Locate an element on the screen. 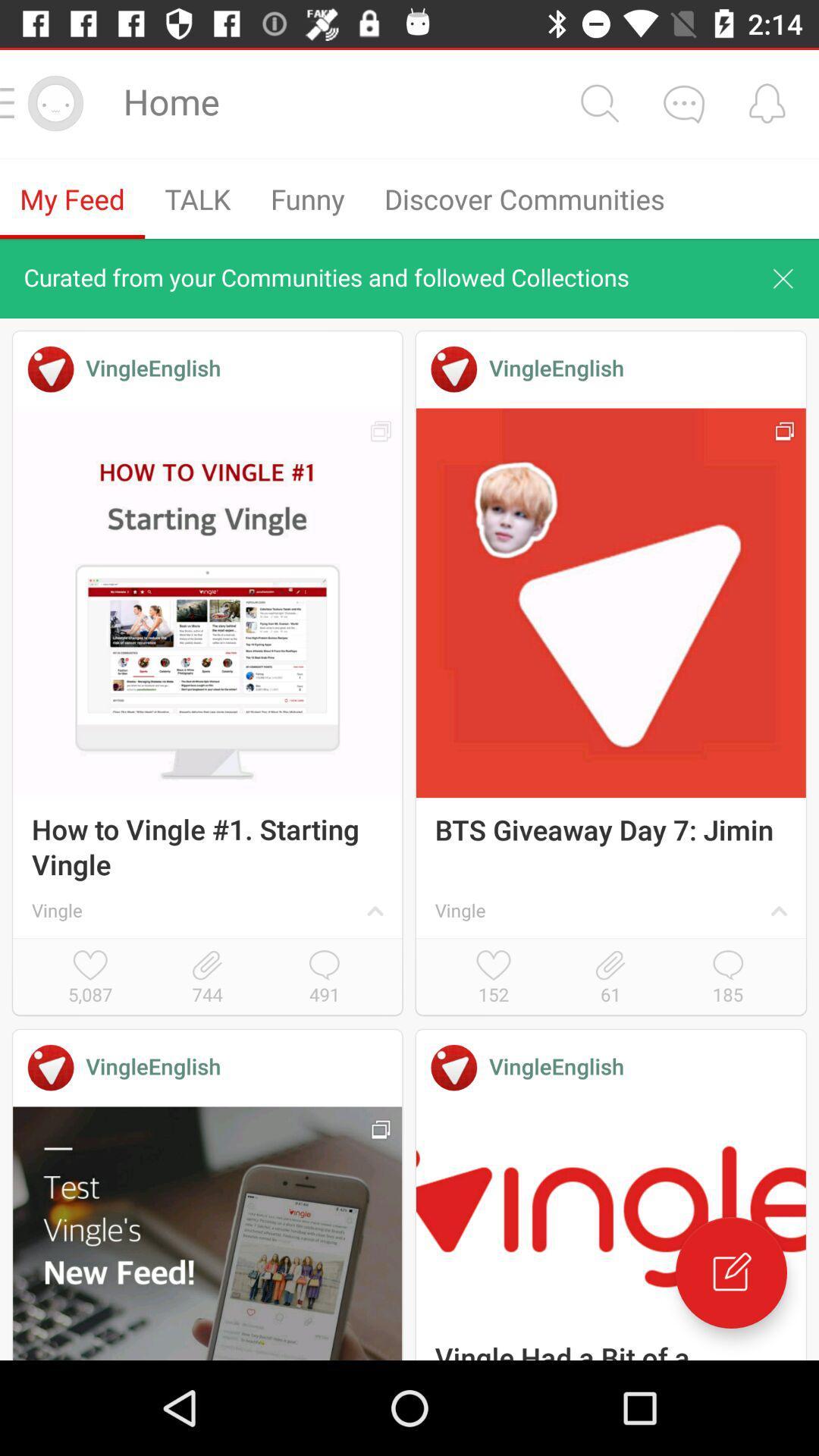  the item to the right of 744 item is located at coordinates (324, 978).